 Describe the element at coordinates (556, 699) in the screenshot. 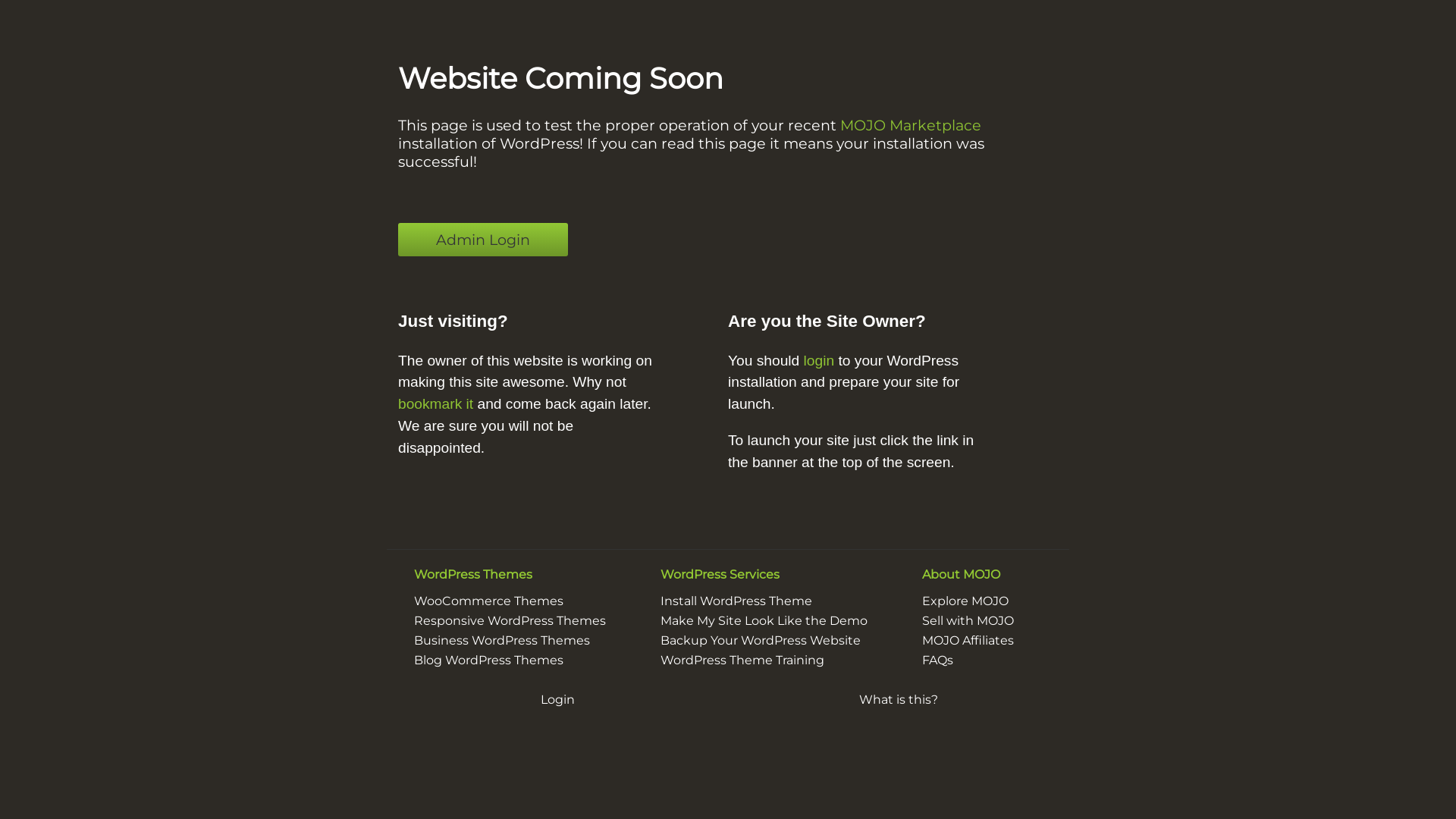

I see `'Login'` at that location.